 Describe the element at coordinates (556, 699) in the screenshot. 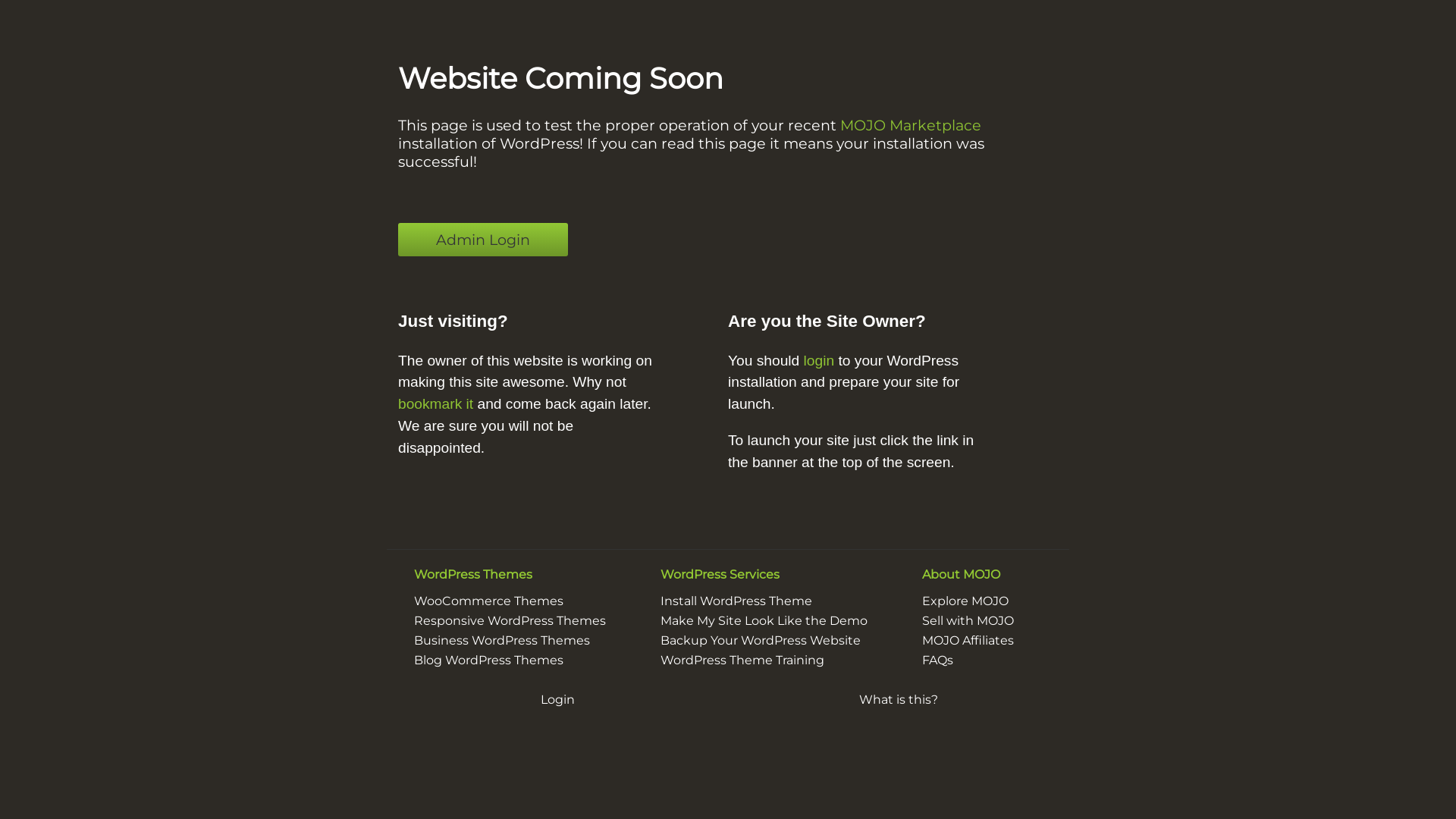

I see `'Login'` at that location.